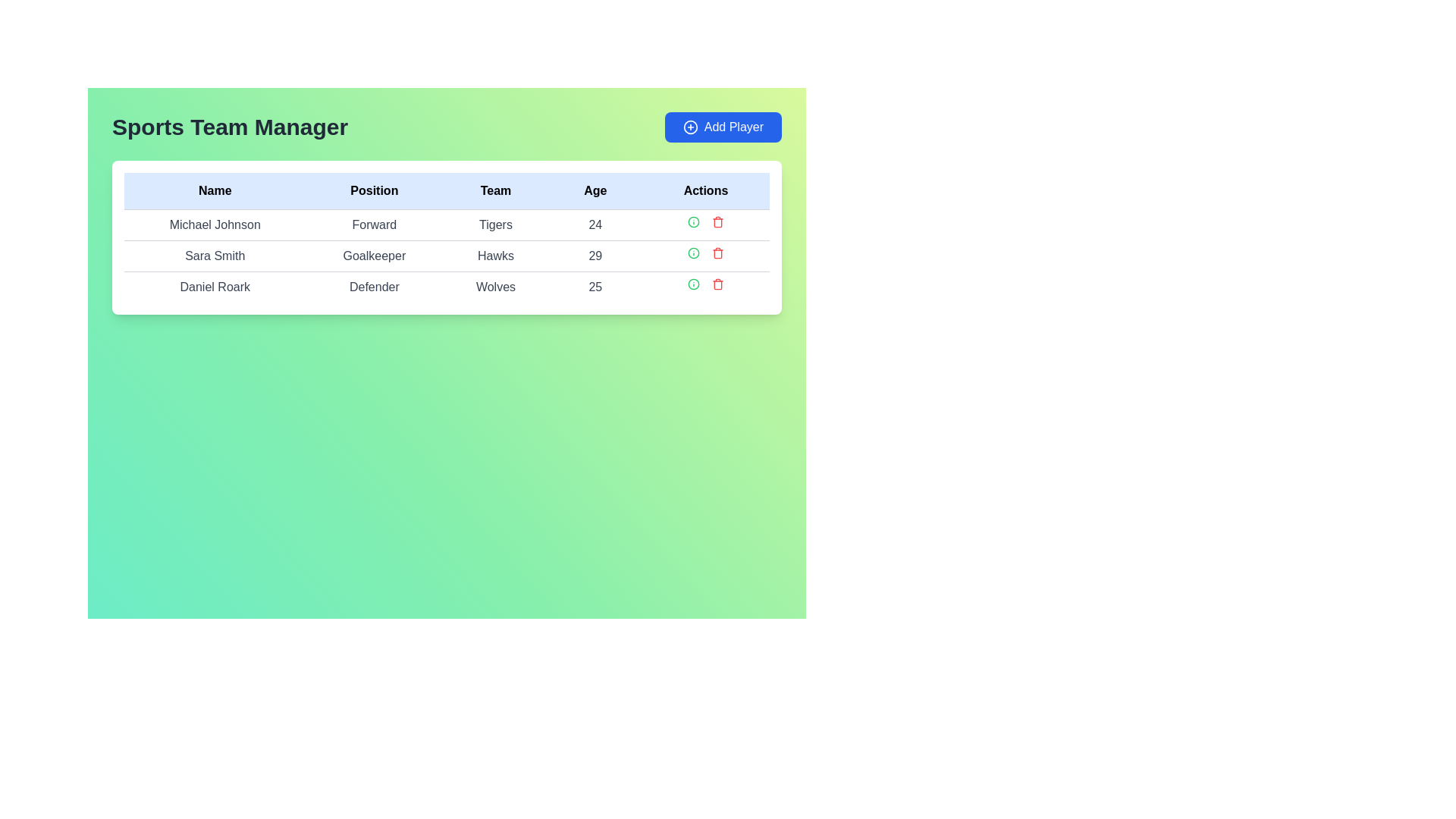 This screenshot has width=1456, height=819. Describe the element at coordinates (214, 256) in the screenshot. I see `the text label displaying 'Sara Smith', which is the second entry in the 'Name' column of the table` at that location.